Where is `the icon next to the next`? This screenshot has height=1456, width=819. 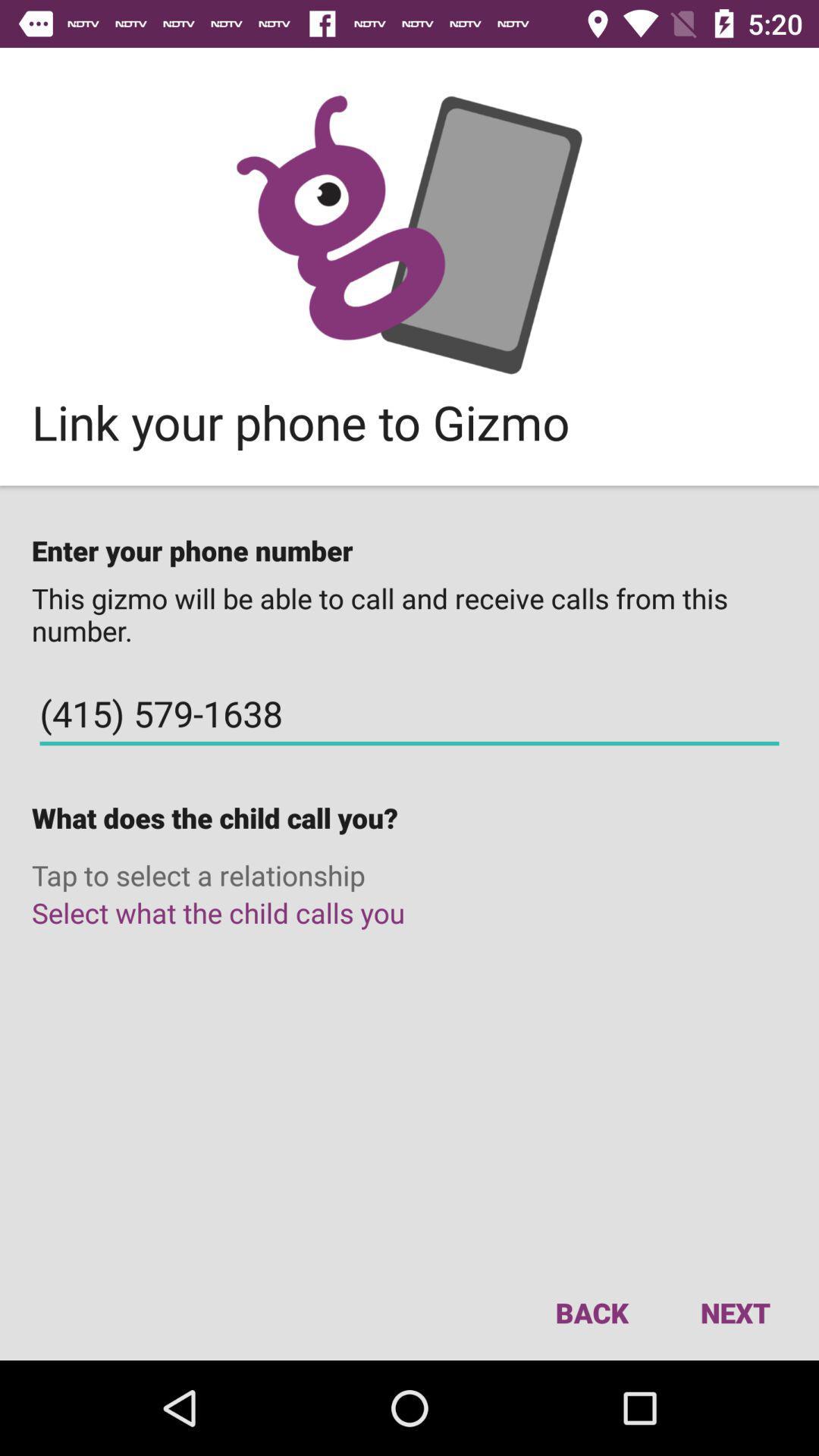 the icon next to the next is located at coordinates (591, 1312).